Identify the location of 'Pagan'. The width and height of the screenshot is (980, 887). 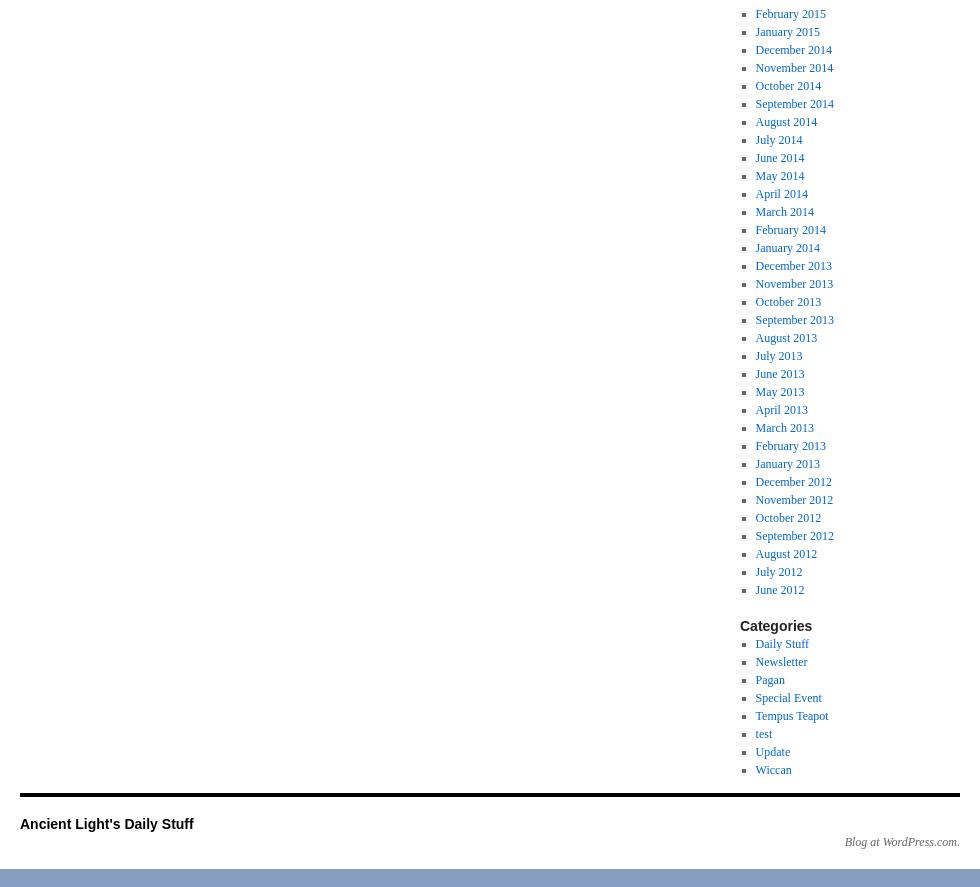
(769, 678).